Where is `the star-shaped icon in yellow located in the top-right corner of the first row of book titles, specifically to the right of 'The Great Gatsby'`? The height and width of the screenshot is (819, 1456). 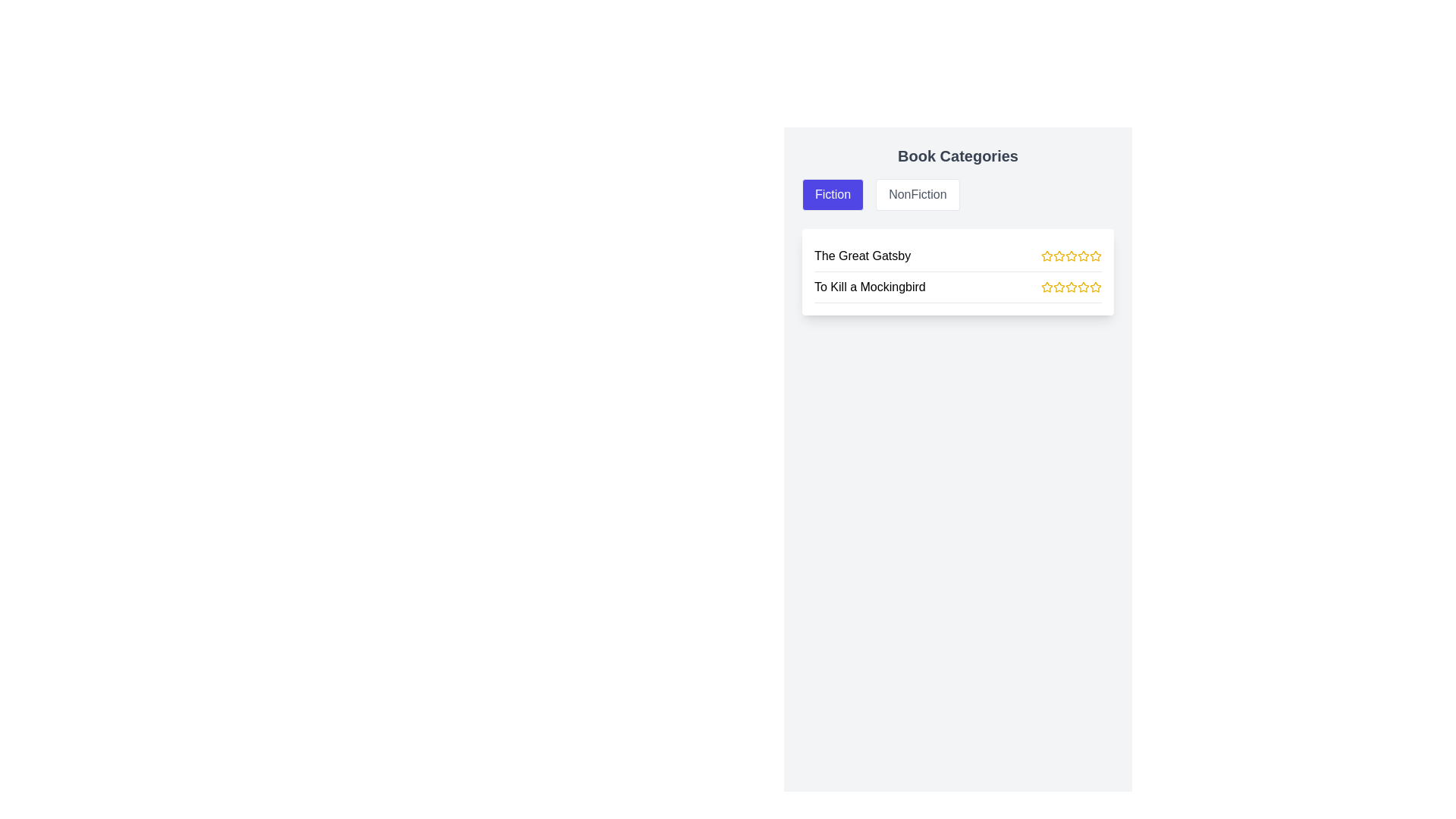 the star-shaped icon in yellow located in the top-right corner of the first row of book titles, specifically to the right of 'The Great Gatsby' is located at coordinates (1095, 256).